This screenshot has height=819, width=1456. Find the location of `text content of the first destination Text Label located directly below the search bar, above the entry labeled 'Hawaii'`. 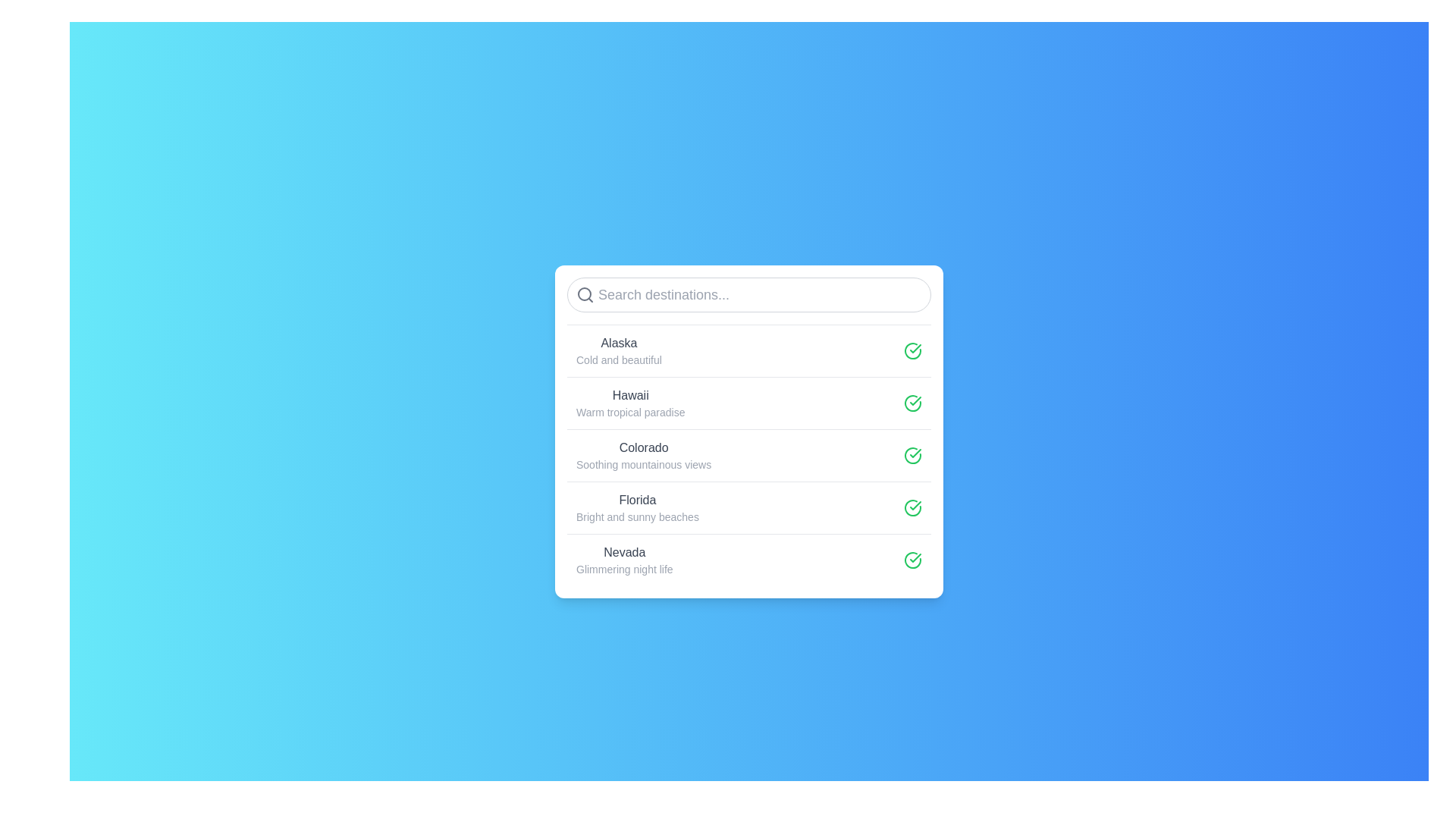

text content of the first destination Text Label located directly below the search bar, above the entry labeled 'Hawaii' is located at coordinates (619, 343).